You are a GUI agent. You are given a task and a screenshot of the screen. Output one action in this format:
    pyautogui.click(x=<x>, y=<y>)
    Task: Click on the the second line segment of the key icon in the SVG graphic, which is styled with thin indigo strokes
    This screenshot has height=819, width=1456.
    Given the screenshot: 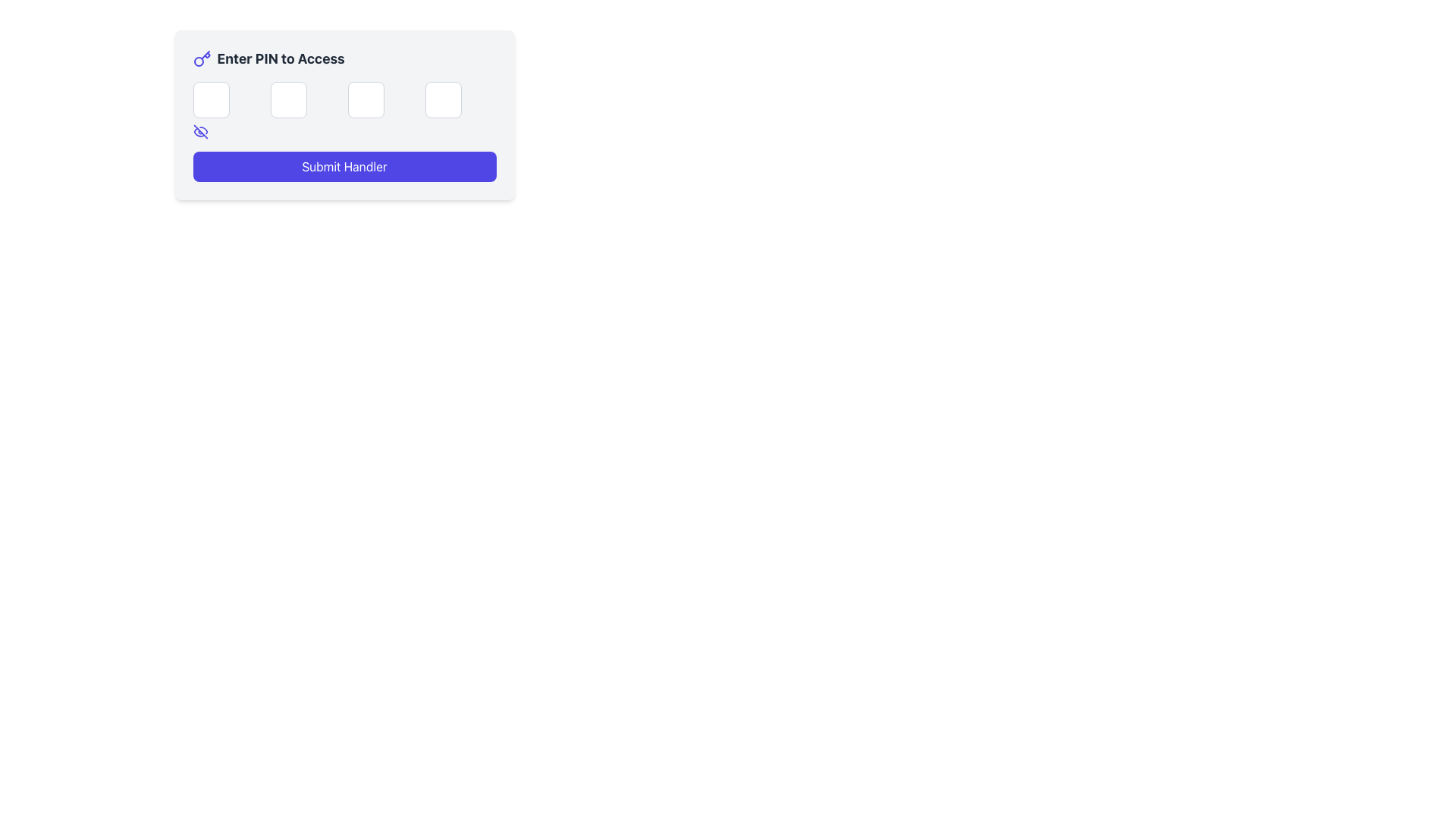 What is the action you would take?
    pyautogui.click(x=204, y=54)
    